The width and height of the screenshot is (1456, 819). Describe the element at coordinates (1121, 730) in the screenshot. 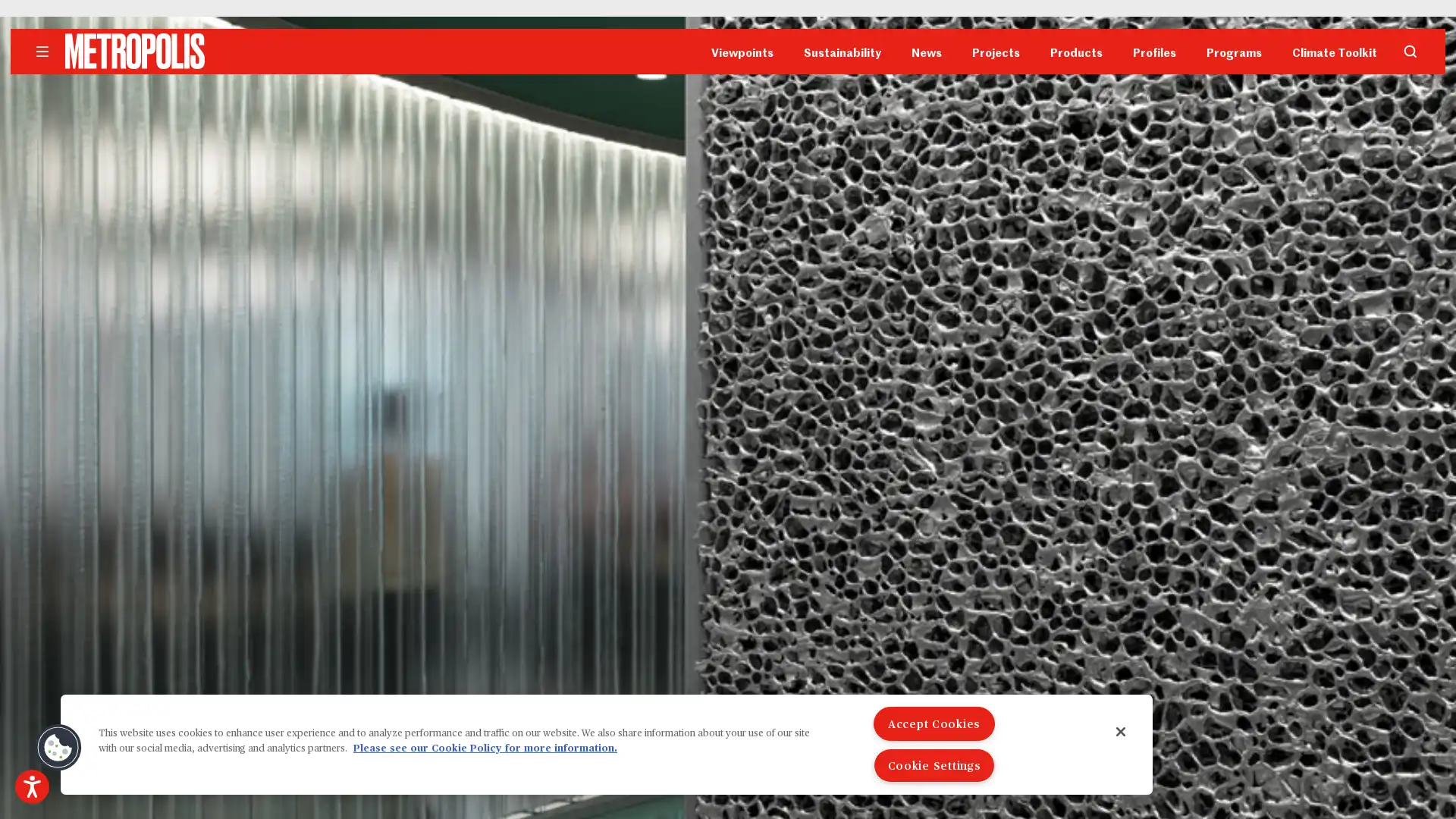

I see `Close` at that location.